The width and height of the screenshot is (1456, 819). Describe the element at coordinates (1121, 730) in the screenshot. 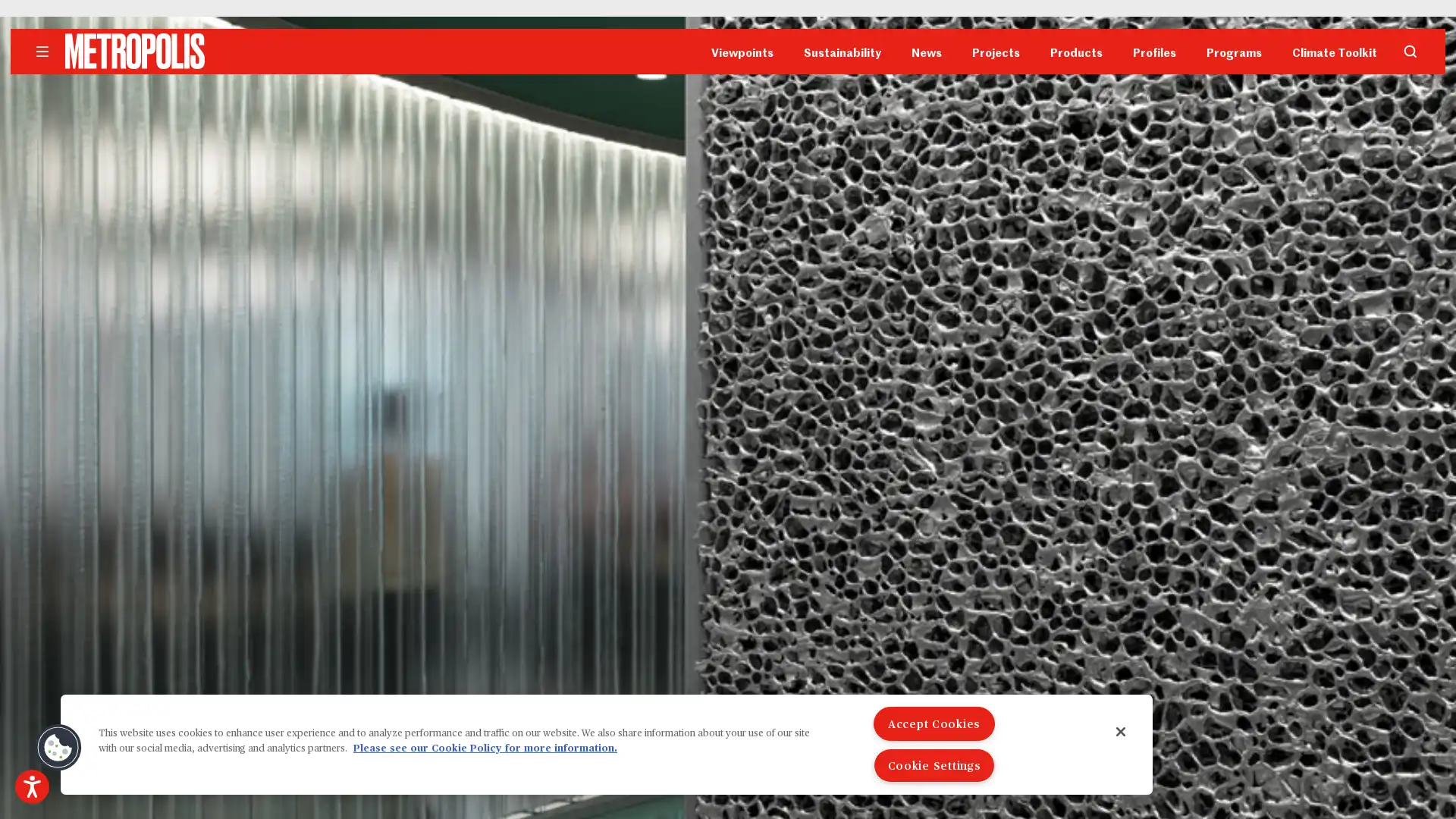

I see `Close` at that location.